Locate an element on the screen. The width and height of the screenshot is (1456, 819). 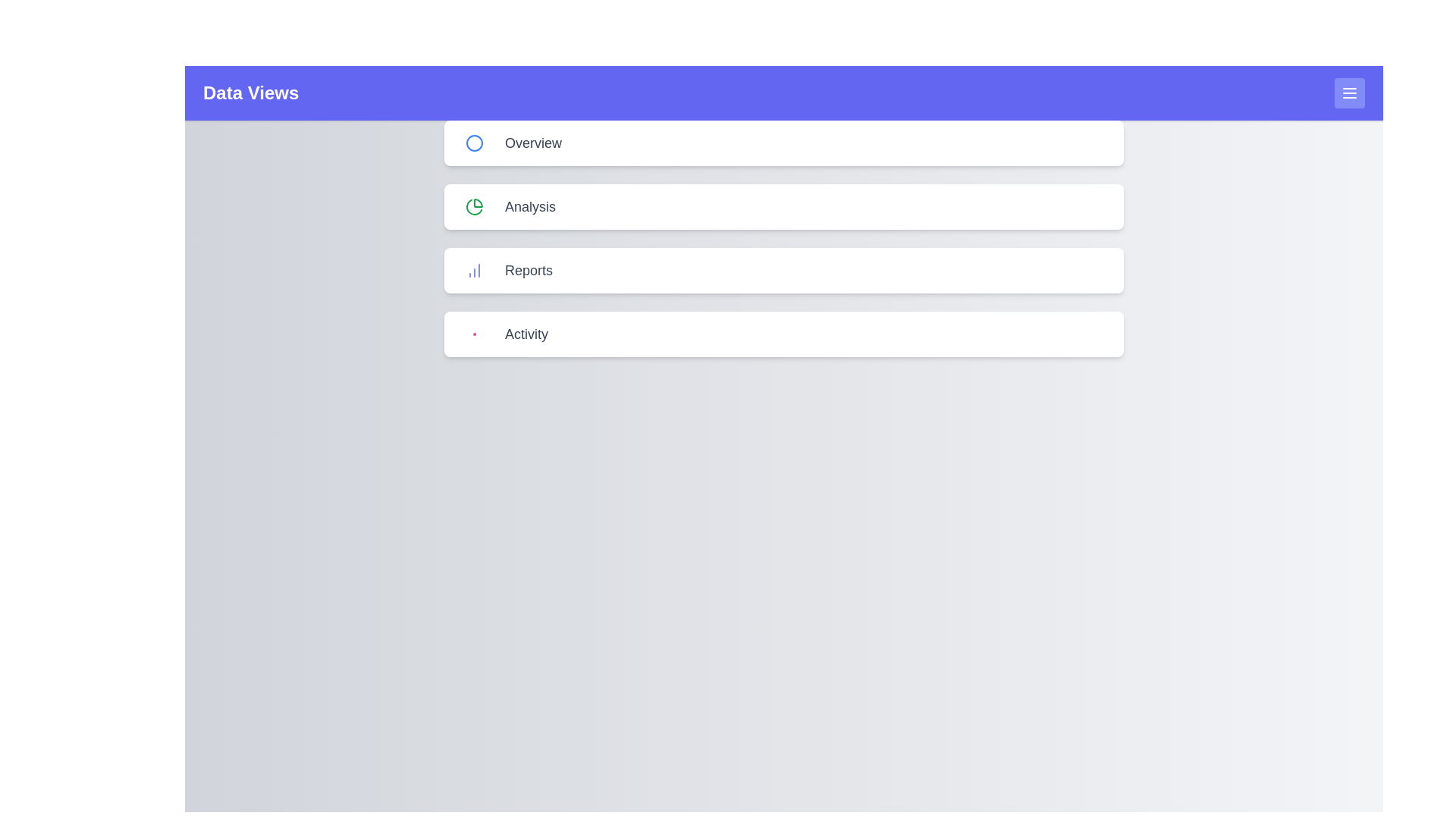
menu button in the header to toggle the side menu is located at coordinates (1350, 93).